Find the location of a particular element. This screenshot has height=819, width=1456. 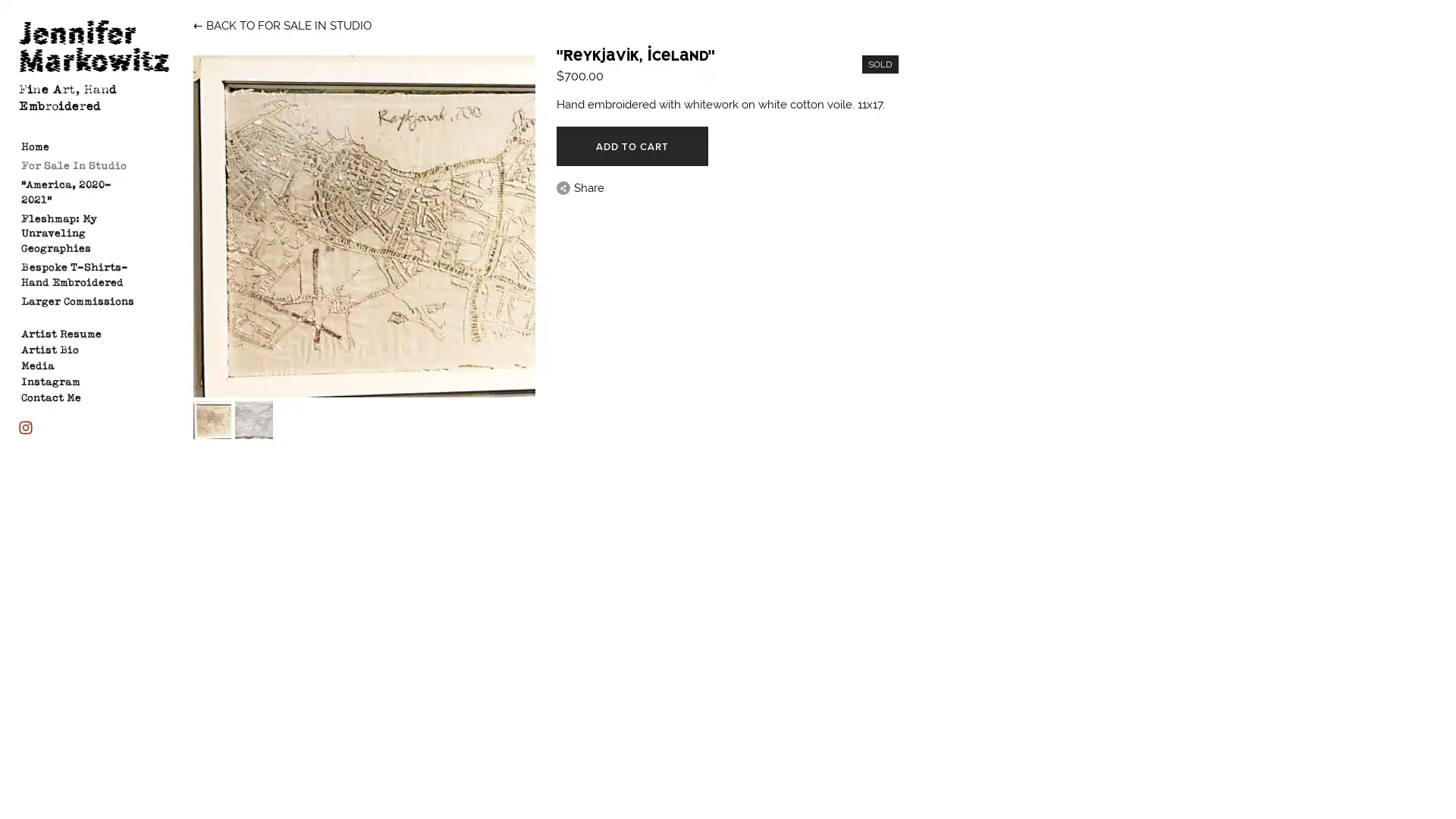

ADD TO CART is located at coordinates (632, 146).